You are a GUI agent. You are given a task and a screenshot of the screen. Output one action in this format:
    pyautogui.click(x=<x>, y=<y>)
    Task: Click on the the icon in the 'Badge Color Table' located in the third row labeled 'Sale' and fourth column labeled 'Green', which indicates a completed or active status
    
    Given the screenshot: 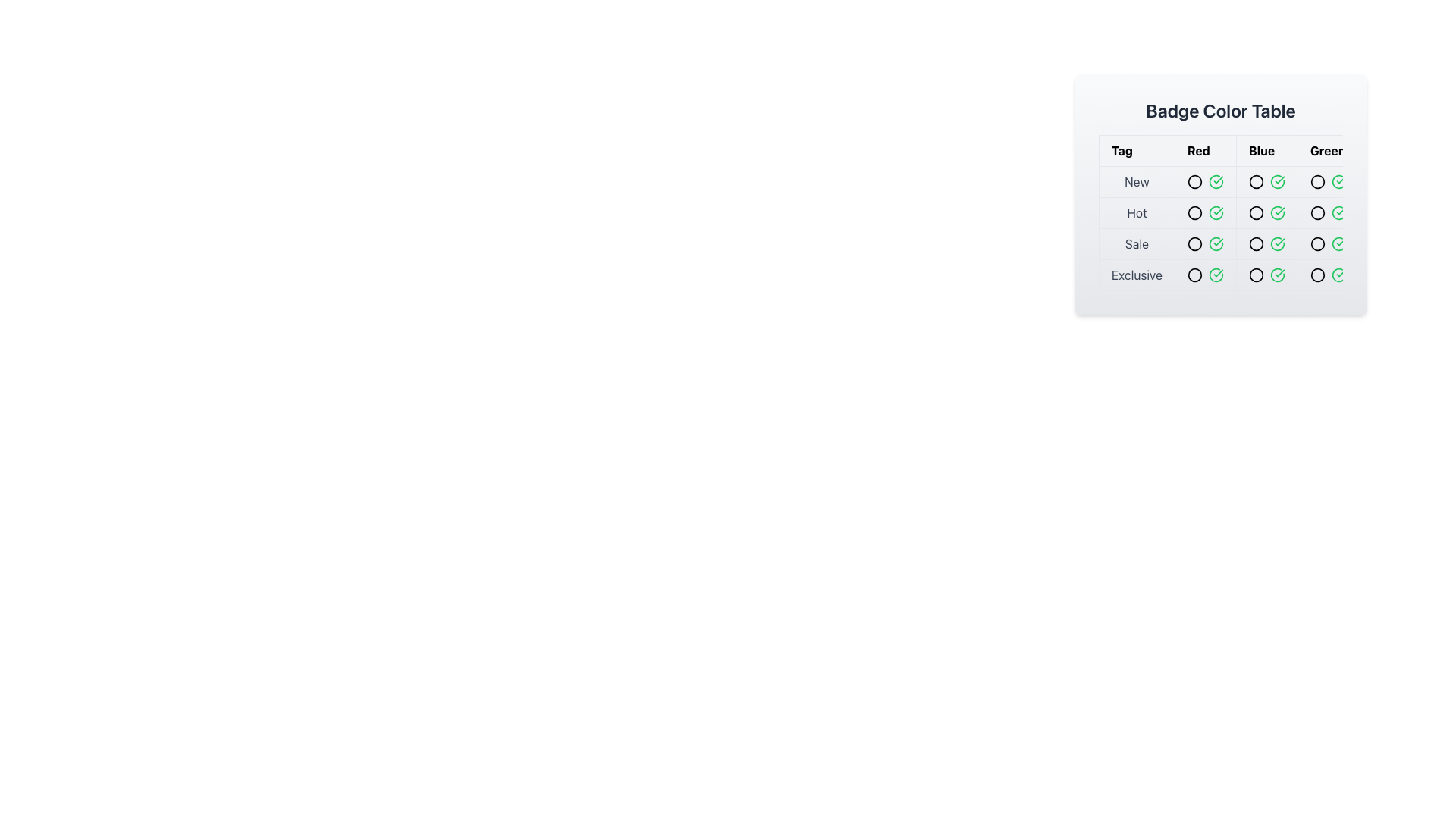 What is the action you would take?
    pyautogui.click(x=1338, y=243)
    